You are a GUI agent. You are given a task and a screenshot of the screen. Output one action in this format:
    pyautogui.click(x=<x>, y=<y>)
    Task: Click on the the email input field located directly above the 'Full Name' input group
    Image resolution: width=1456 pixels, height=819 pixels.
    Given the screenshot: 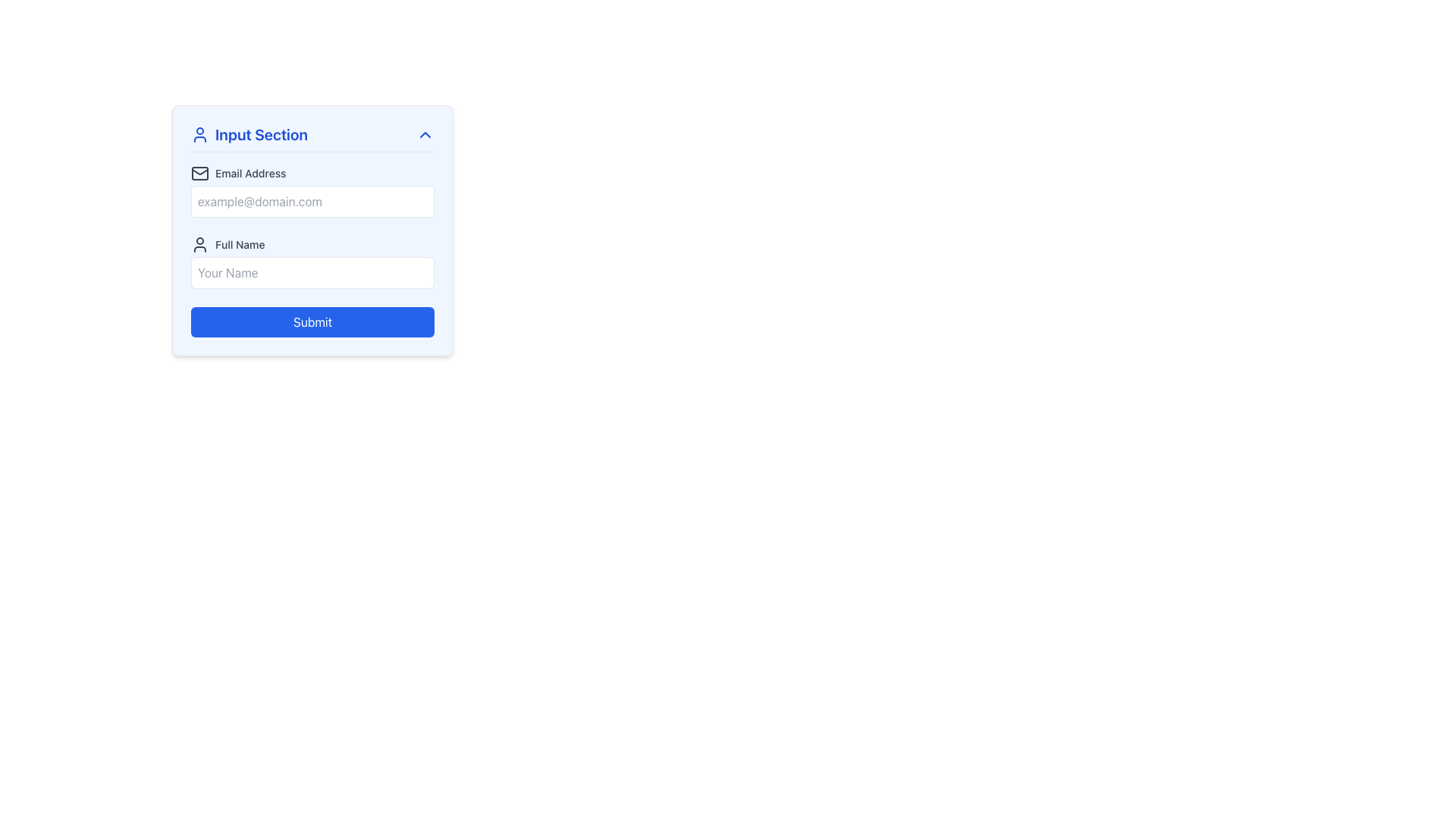 What is the action you would take?
    pyautogui.click(x=312, y=190)
    